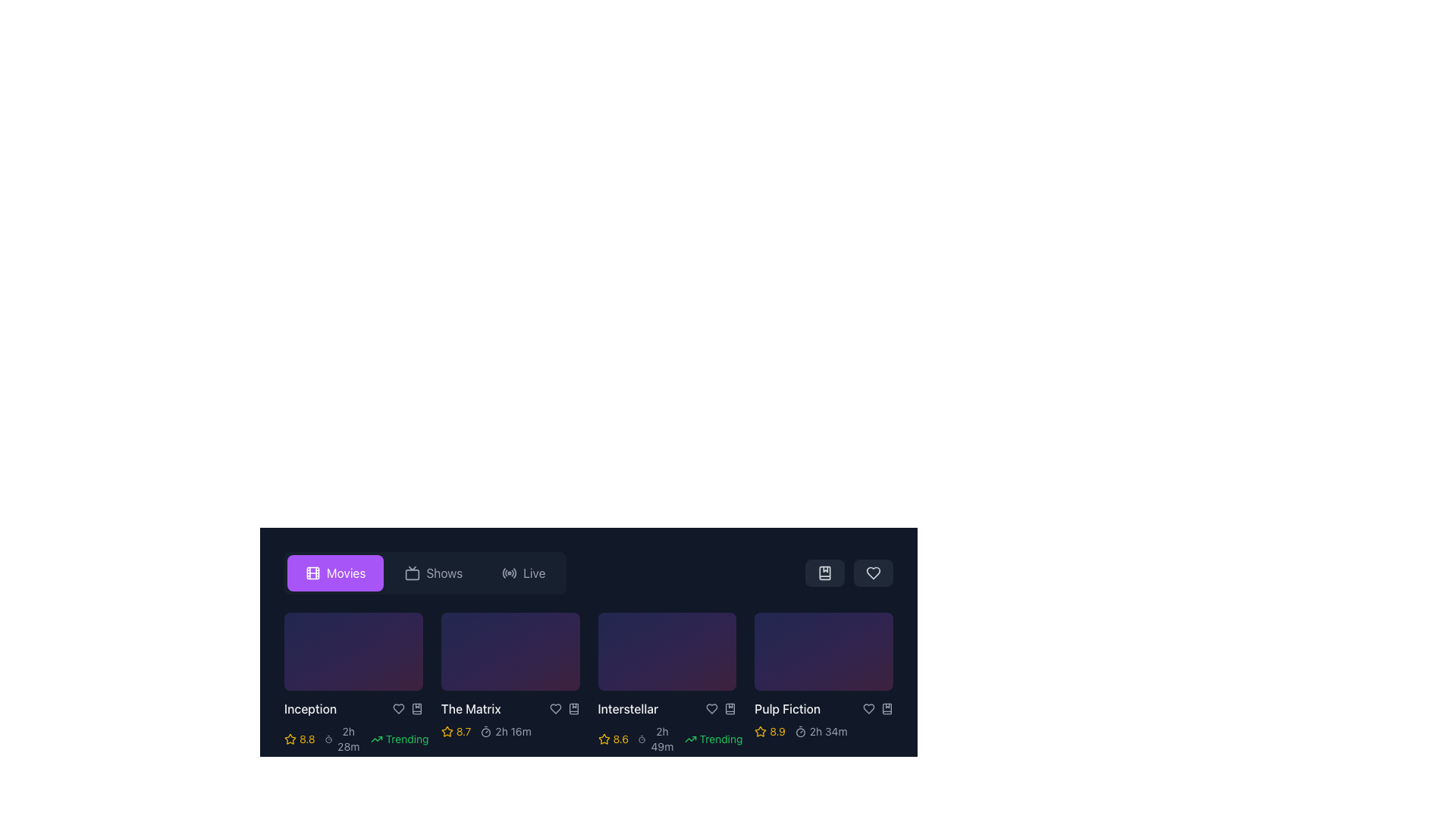  Describe the element at coordinates (425, 573) in the screenshot. I see `the navigation bar button for category selection` at that location.